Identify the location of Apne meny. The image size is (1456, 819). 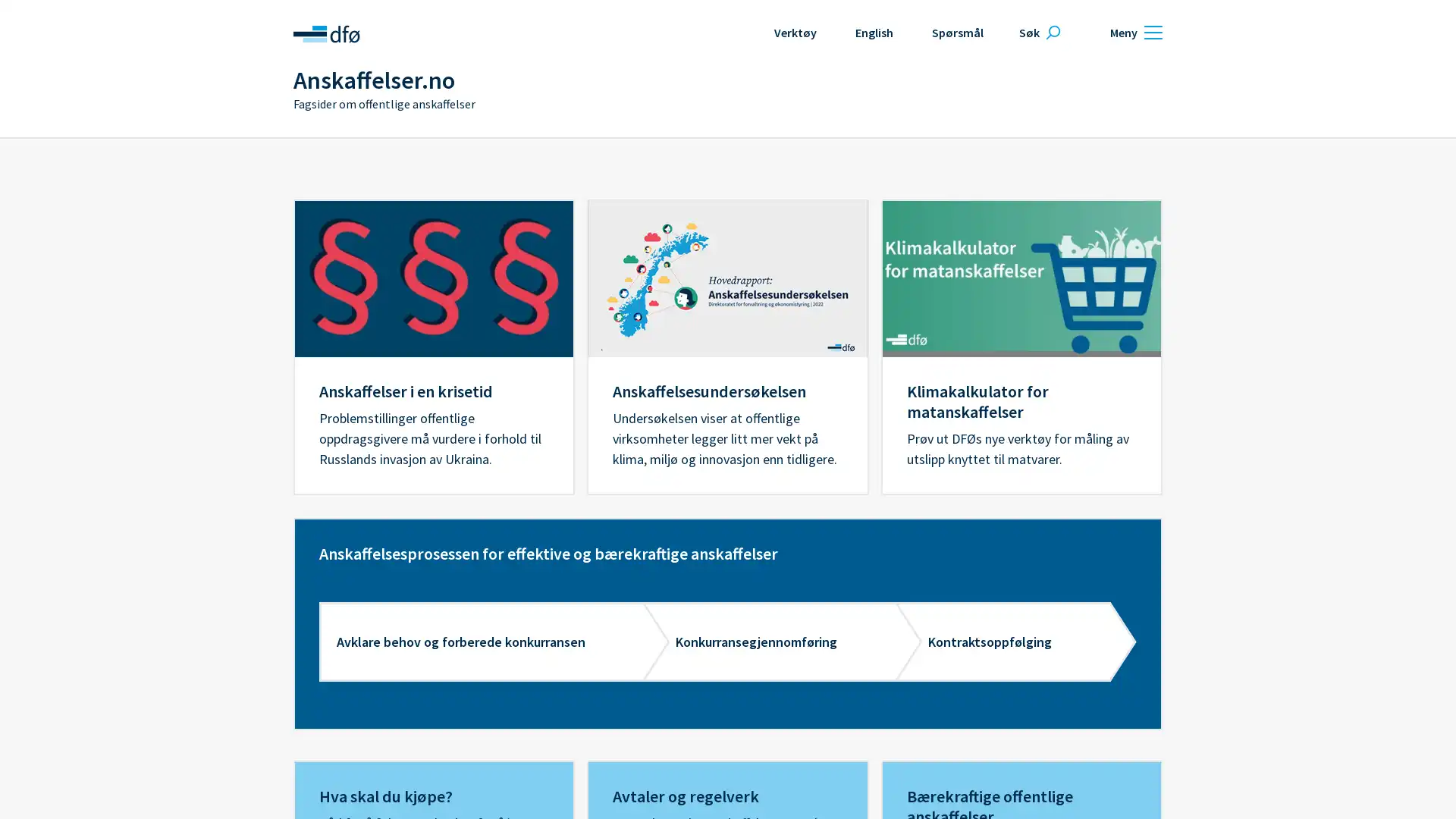
(1134, 32).